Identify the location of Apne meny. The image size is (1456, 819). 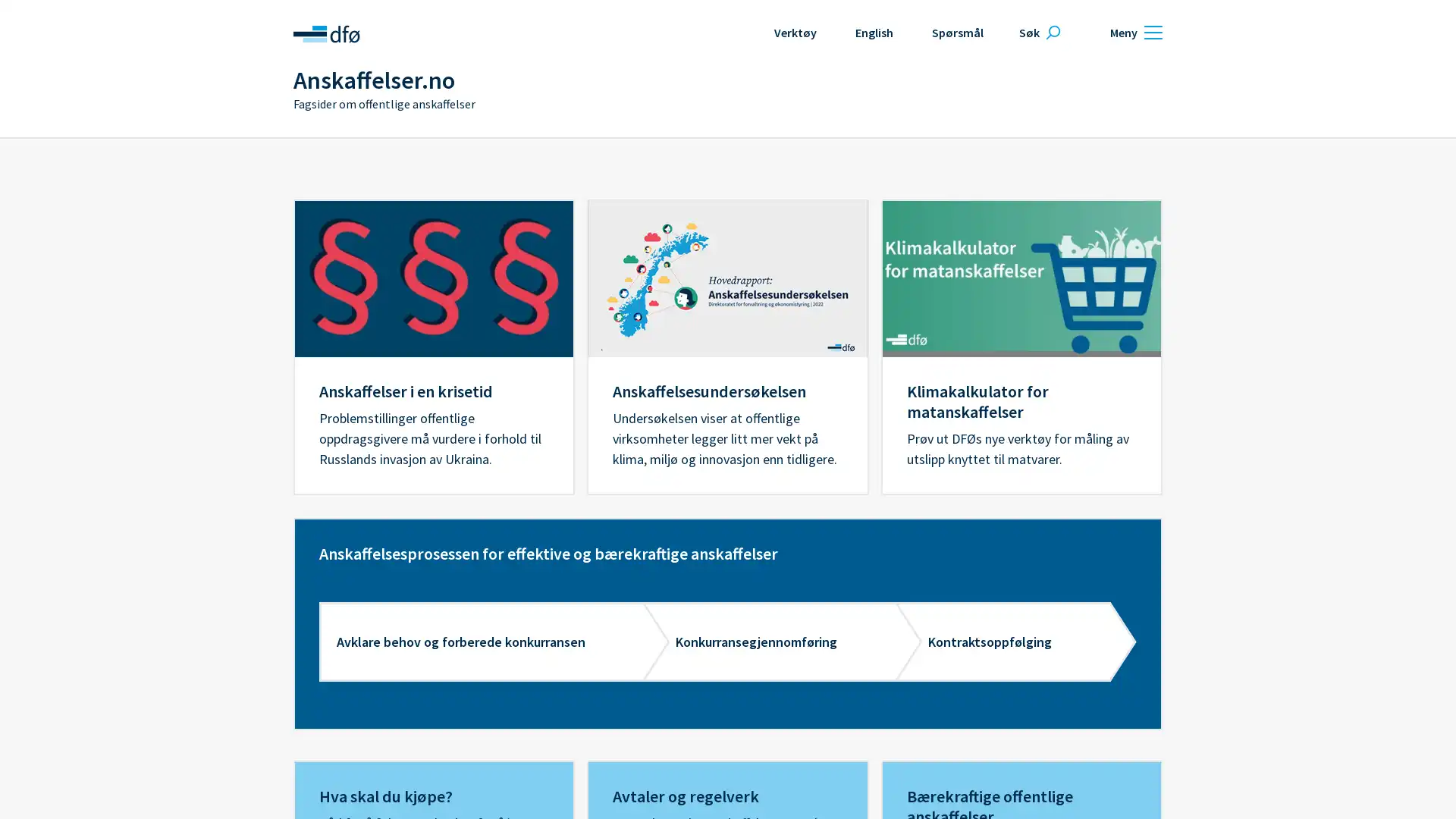
(1134, 32).